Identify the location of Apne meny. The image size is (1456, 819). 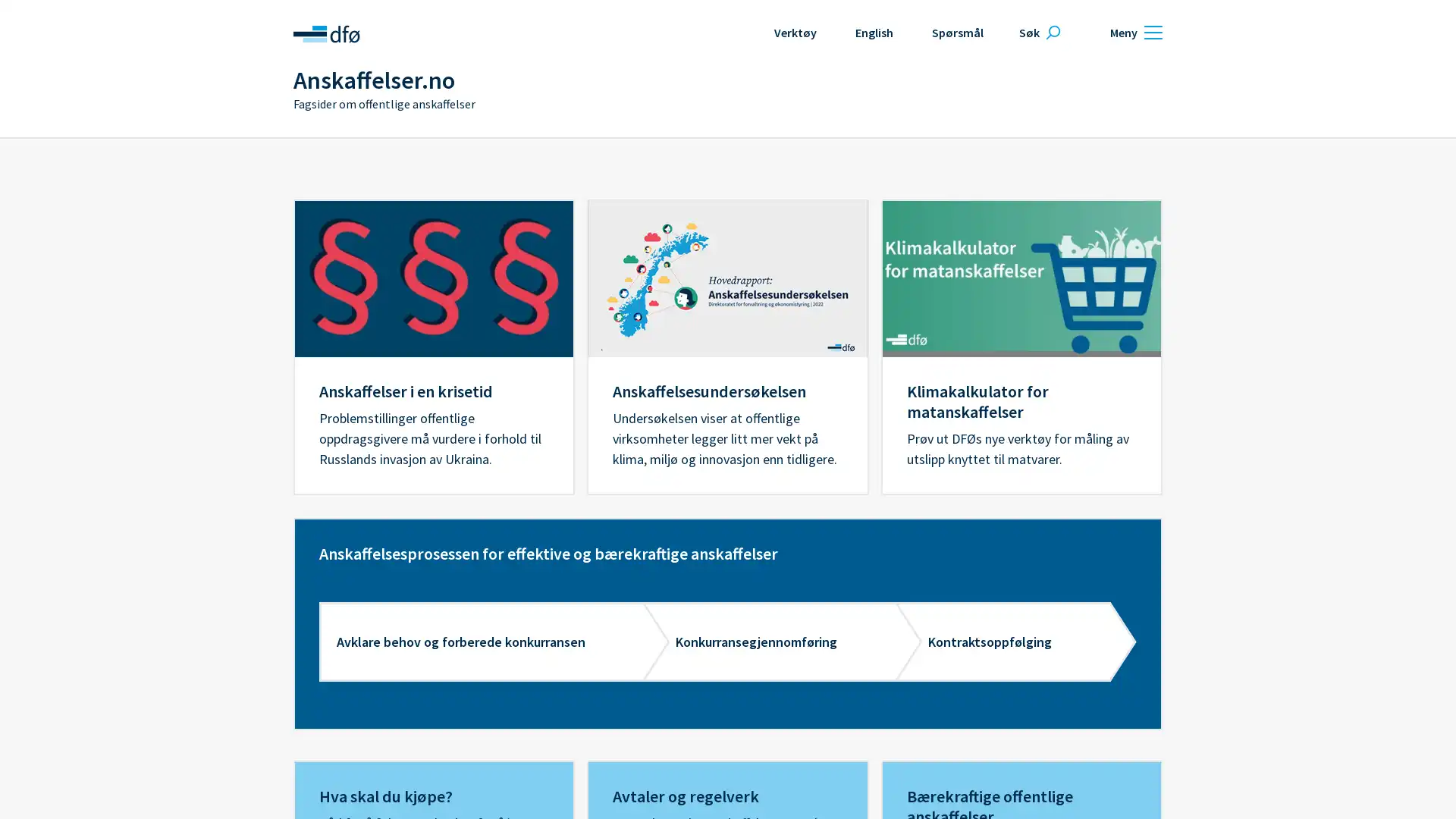
(1134, 32).